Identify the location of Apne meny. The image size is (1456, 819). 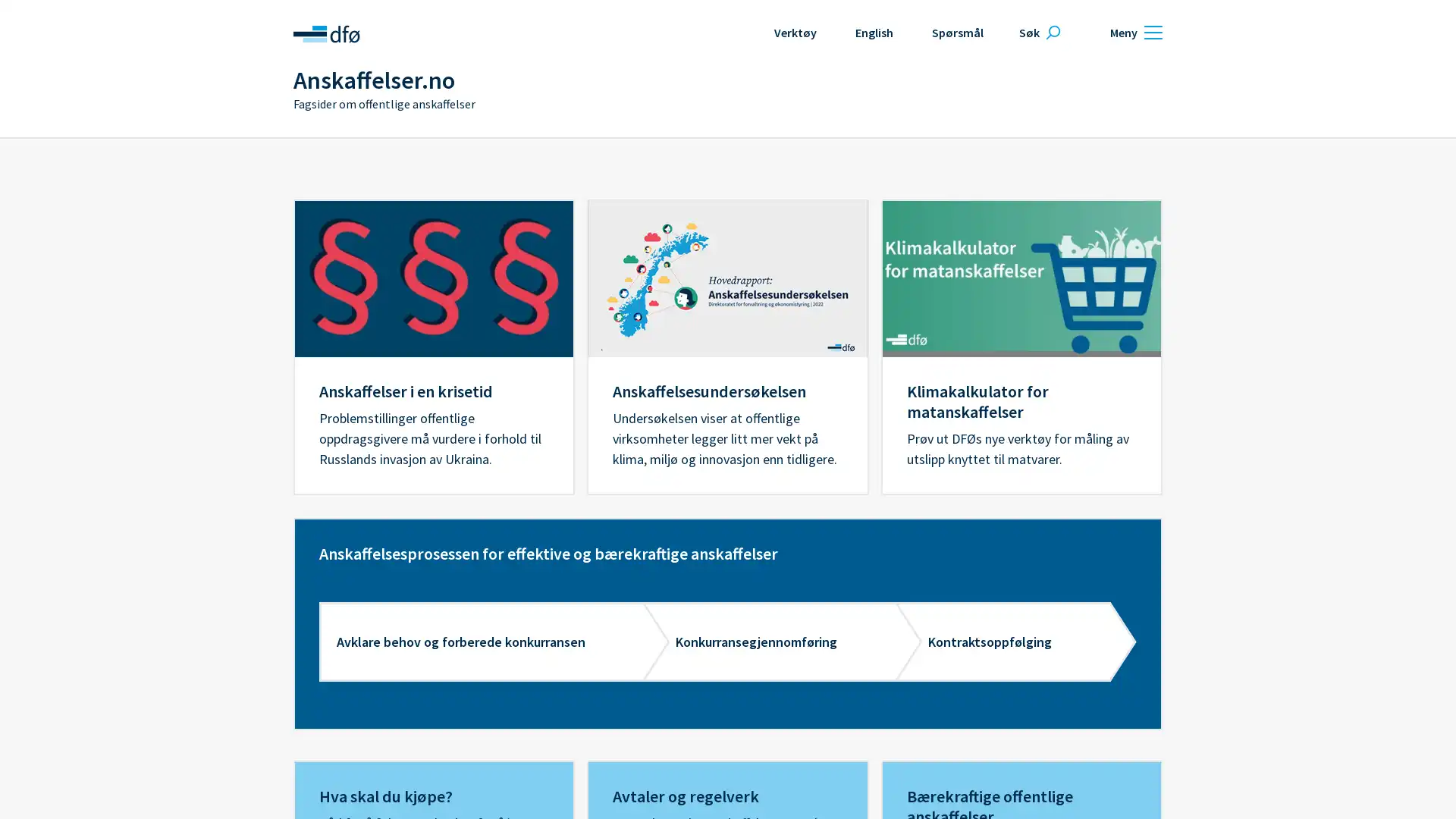
(1134, 32).